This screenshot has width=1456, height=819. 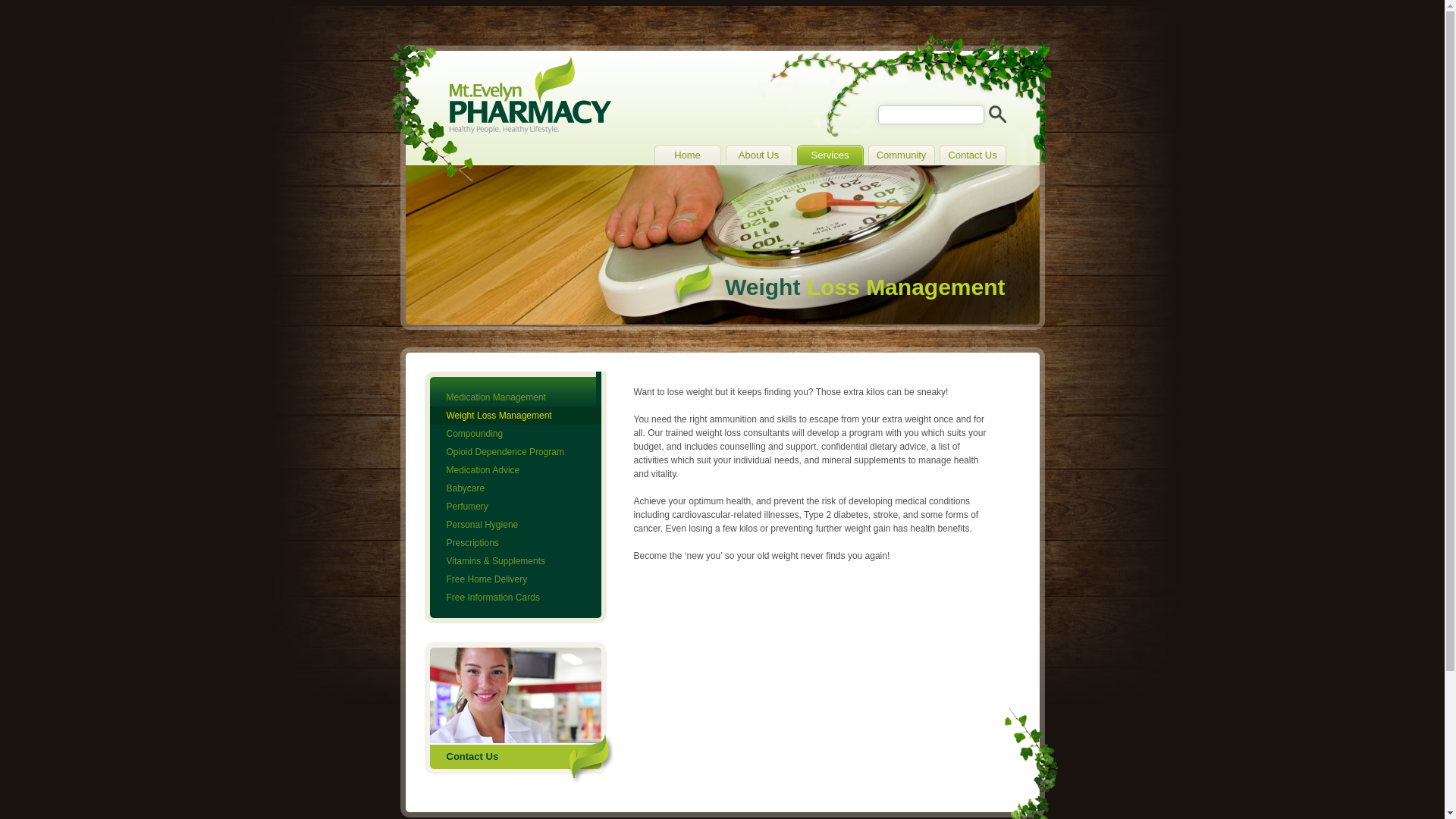 I want to click on 'Vitamins & Supplements', so click(x=514, y=561).